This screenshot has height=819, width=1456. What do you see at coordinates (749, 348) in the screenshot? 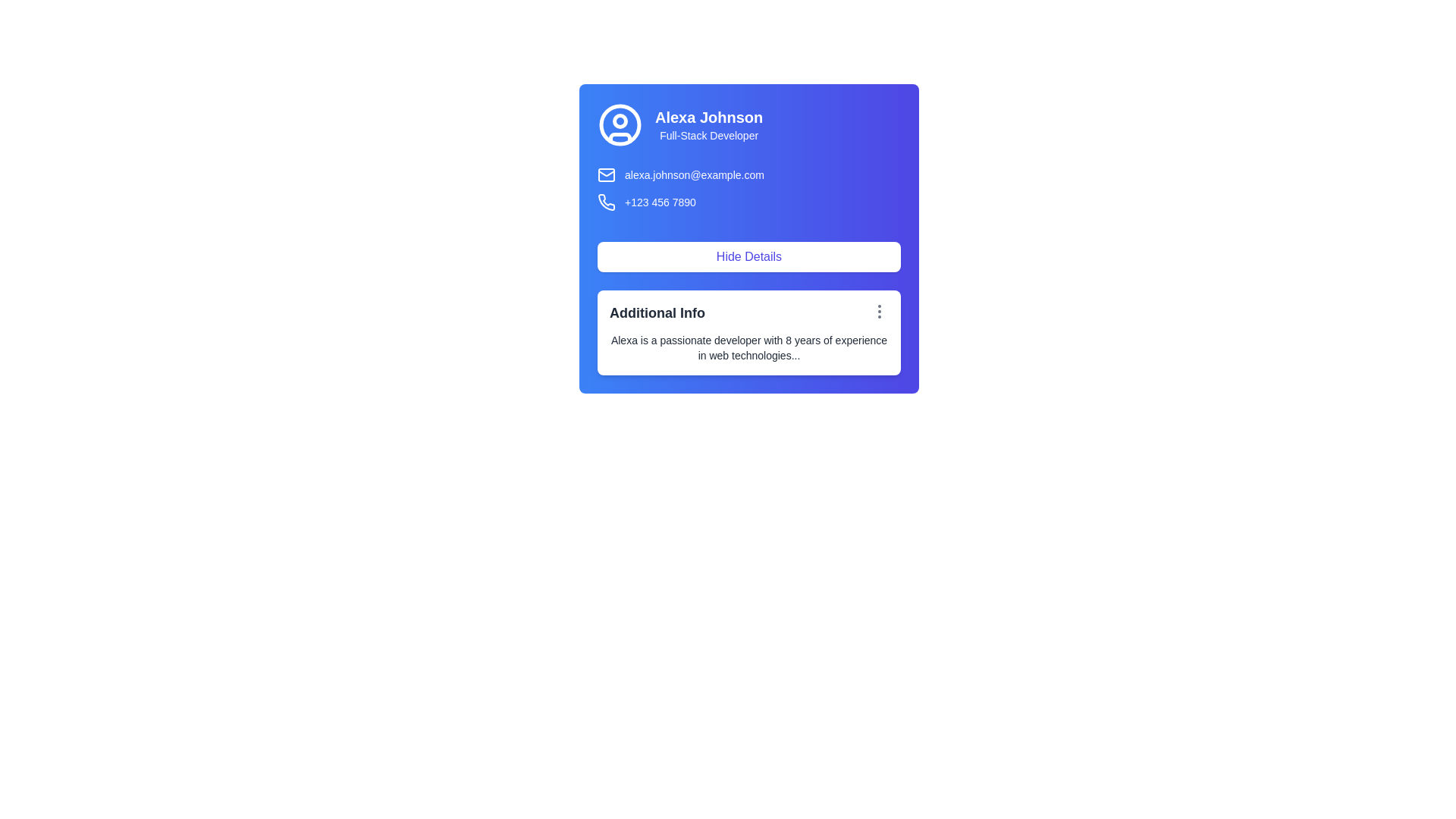
I see `the second content block in the 'Additional Info' section, which provides details about Alexa's professional background and skills` at bounding box center [749, 348].